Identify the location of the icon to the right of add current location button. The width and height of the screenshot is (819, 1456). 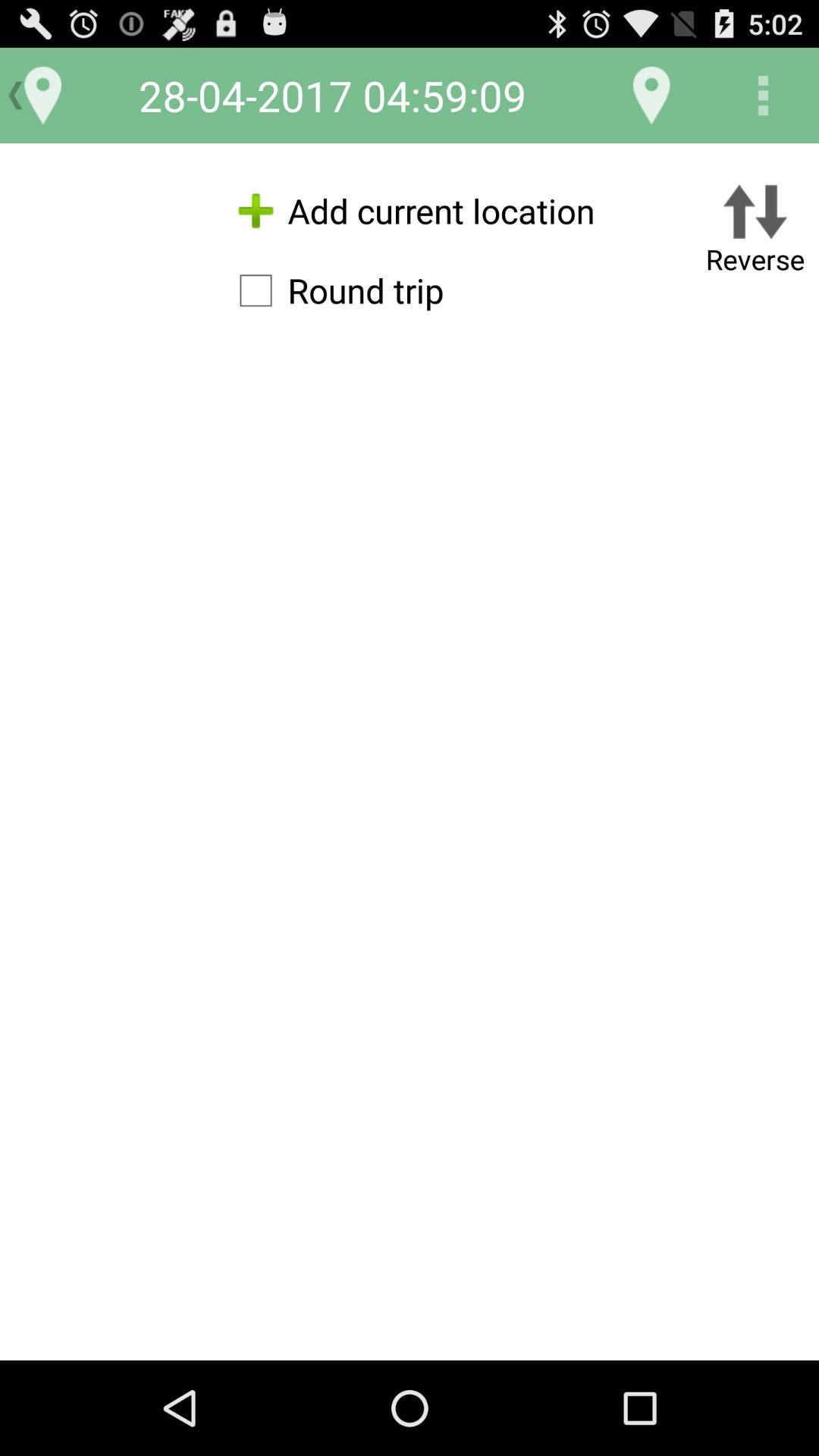
(755, 231).